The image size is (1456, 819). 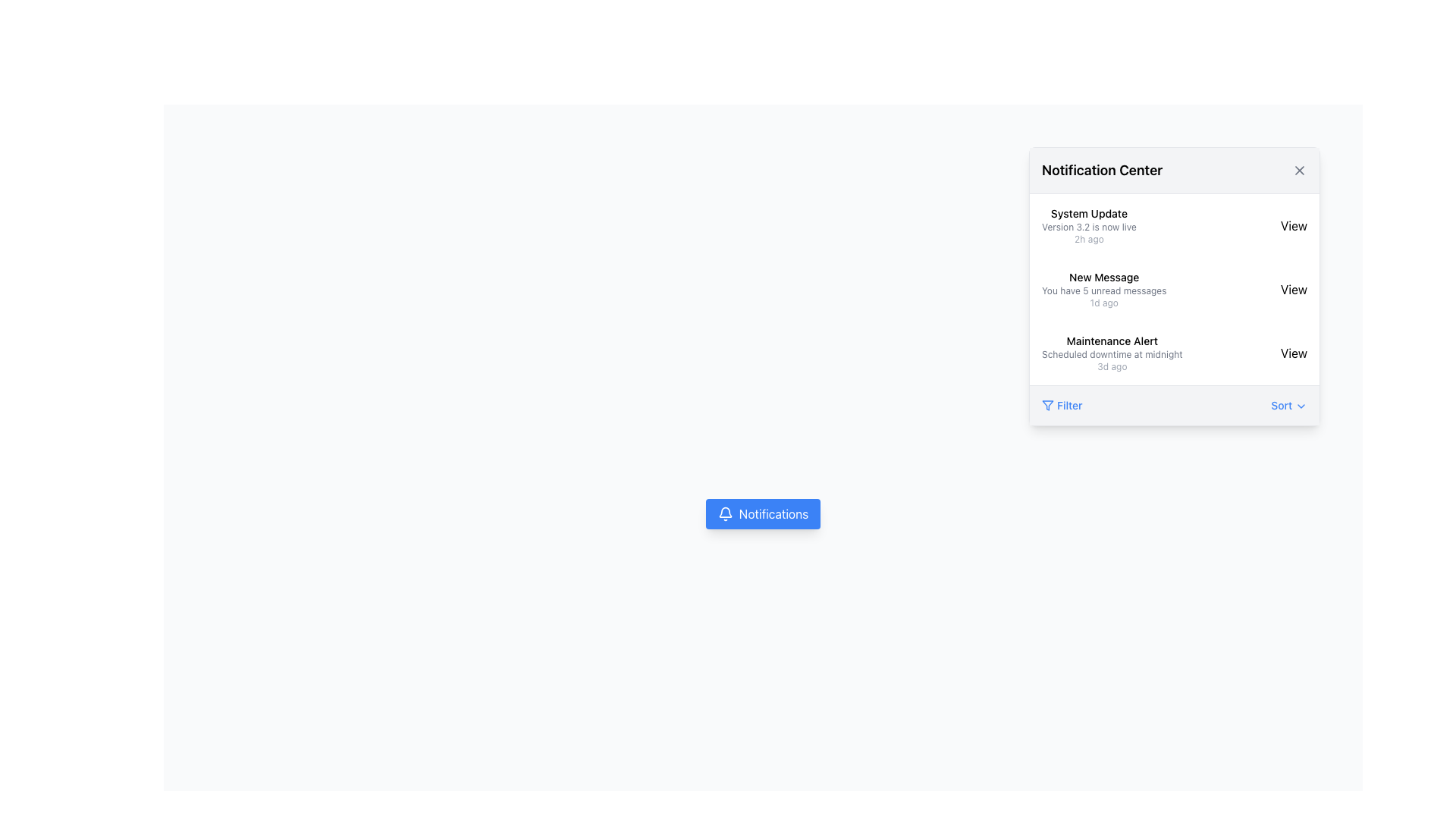 What do you see at coordinates (1104, 303) in the screenshot?
I see `the label displaying '1d ago', which is small gray text located at the bottom of the notification item for 'New Message'` at bounding box center [1104, 303].